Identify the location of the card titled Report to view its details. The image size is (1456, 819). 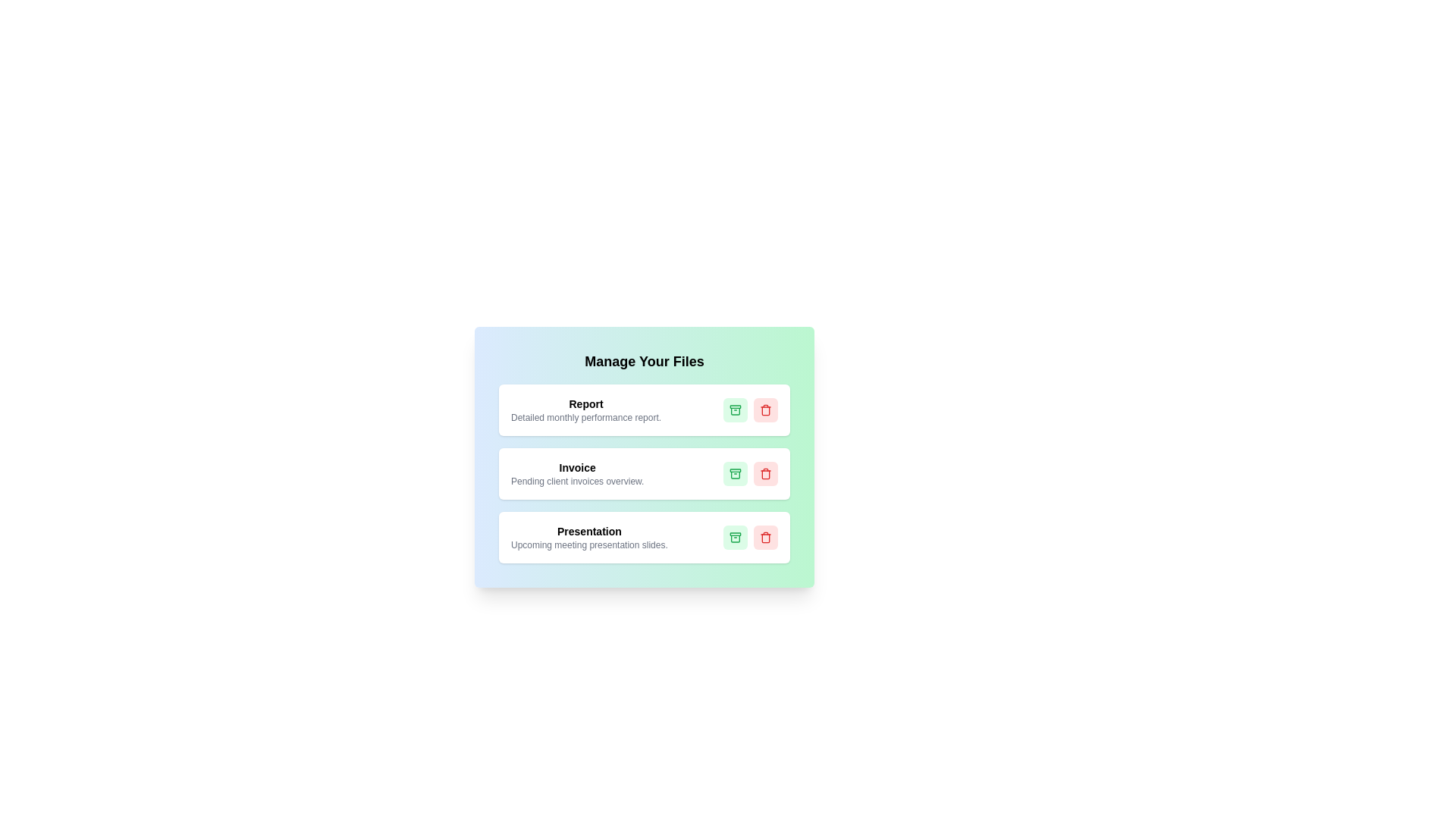
(644, 409).